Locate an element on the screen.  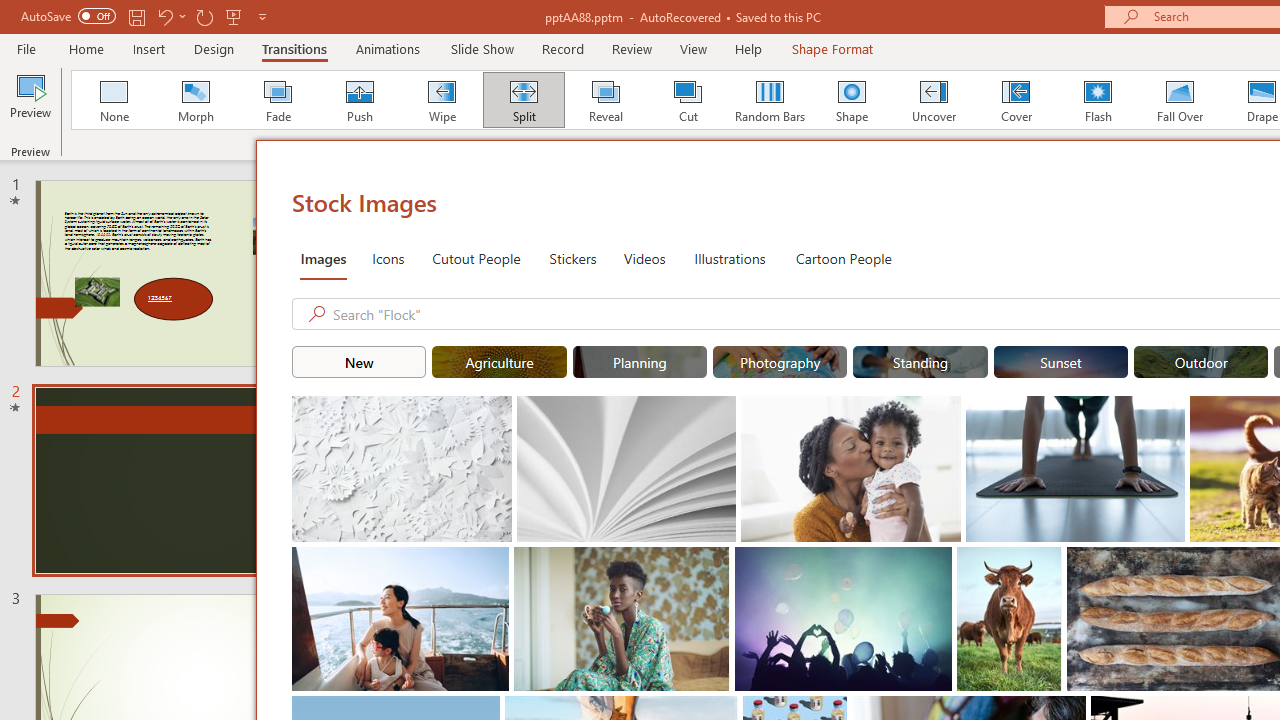
'Preview' is located at coordinates (30, 103).